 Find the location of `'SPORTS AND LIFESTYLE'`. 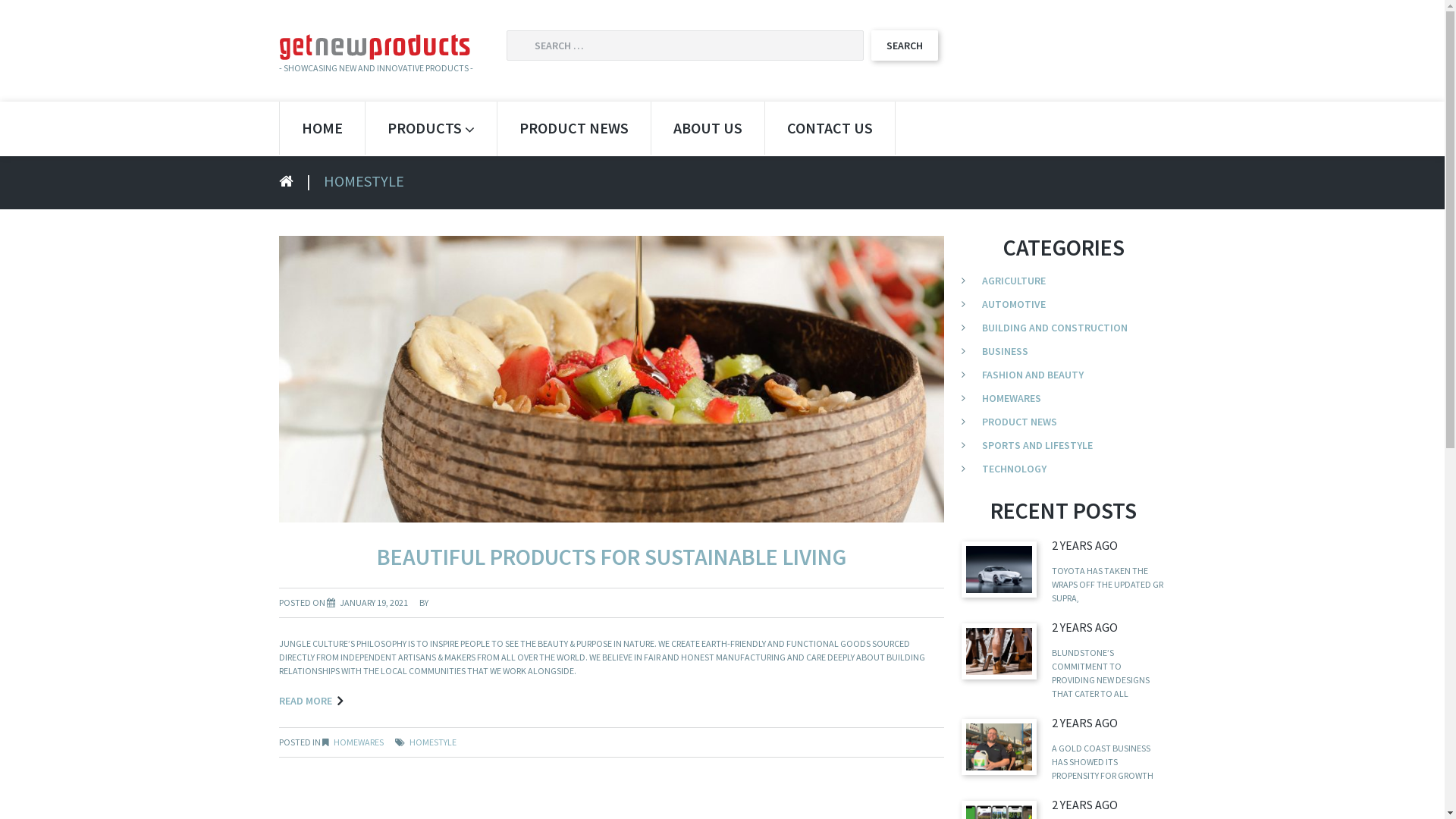

'SPORTS AND LIFESTYLE' is located at coordinates (1037, 444).